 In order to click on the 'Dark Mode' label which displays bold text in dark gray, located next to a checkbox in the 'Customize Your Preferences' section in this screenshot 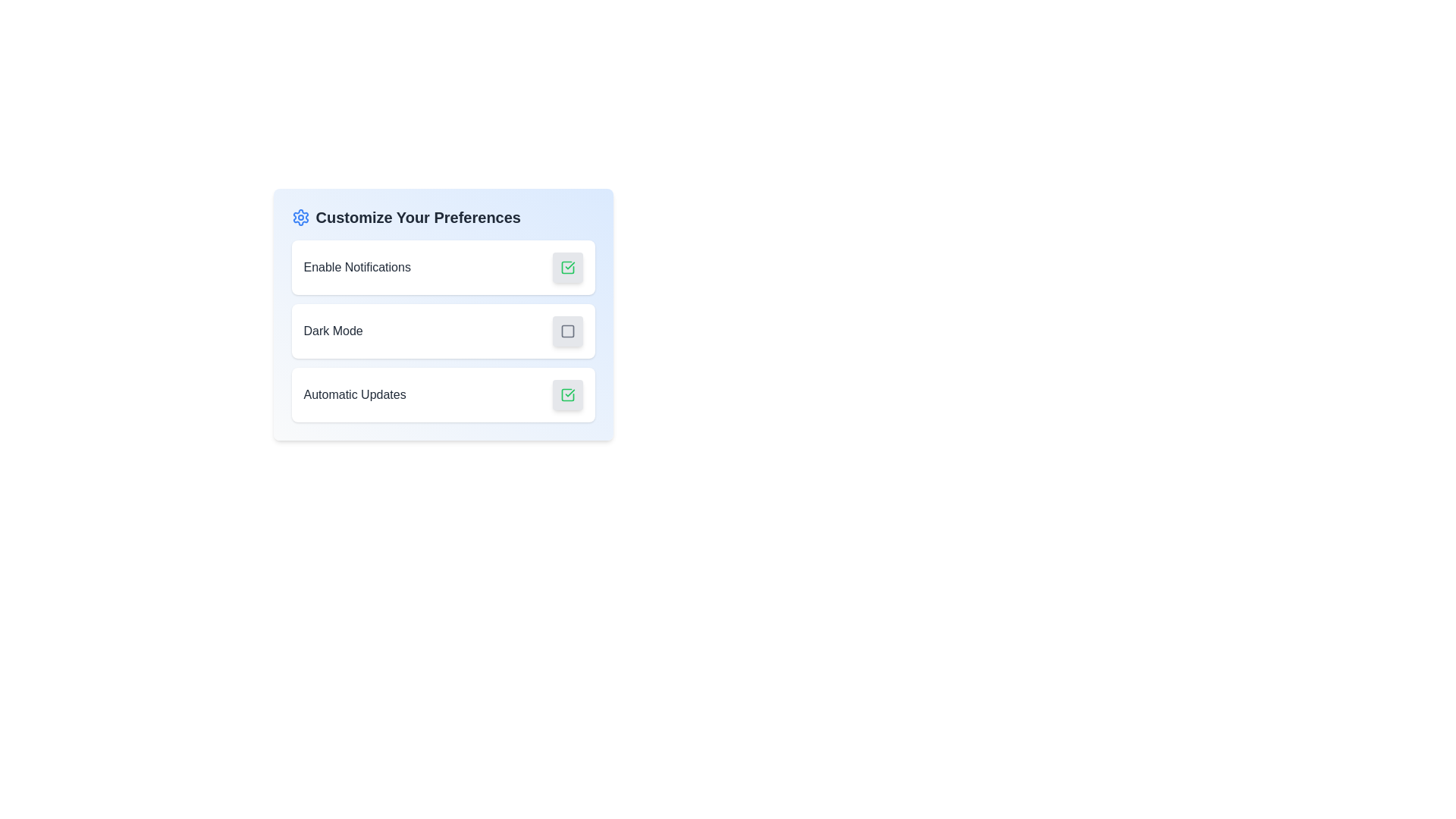, I will do `click(332, 330)`.